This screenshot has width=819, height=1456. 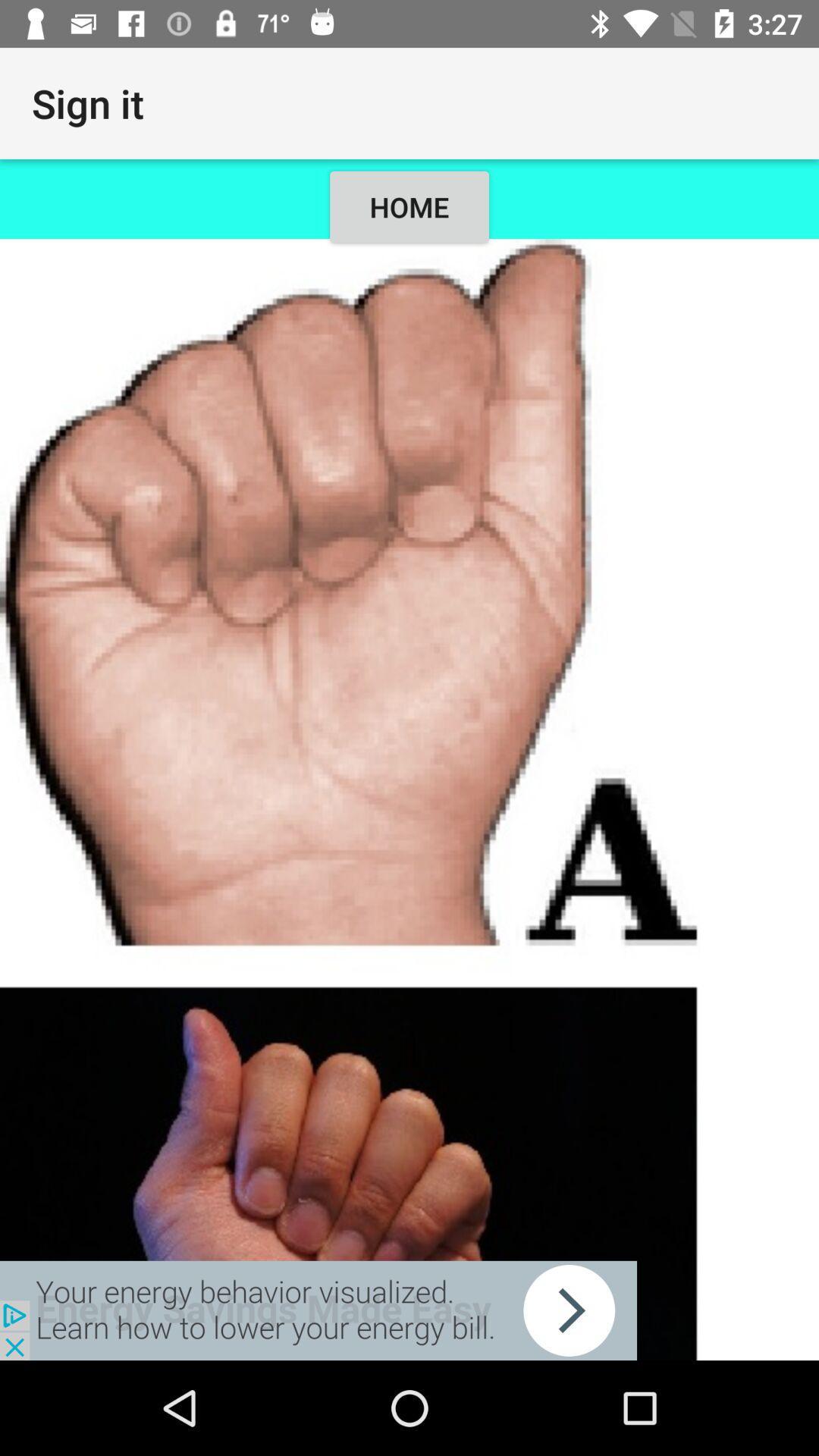 I want to click on advertisement, so click(x=318, y=1310).